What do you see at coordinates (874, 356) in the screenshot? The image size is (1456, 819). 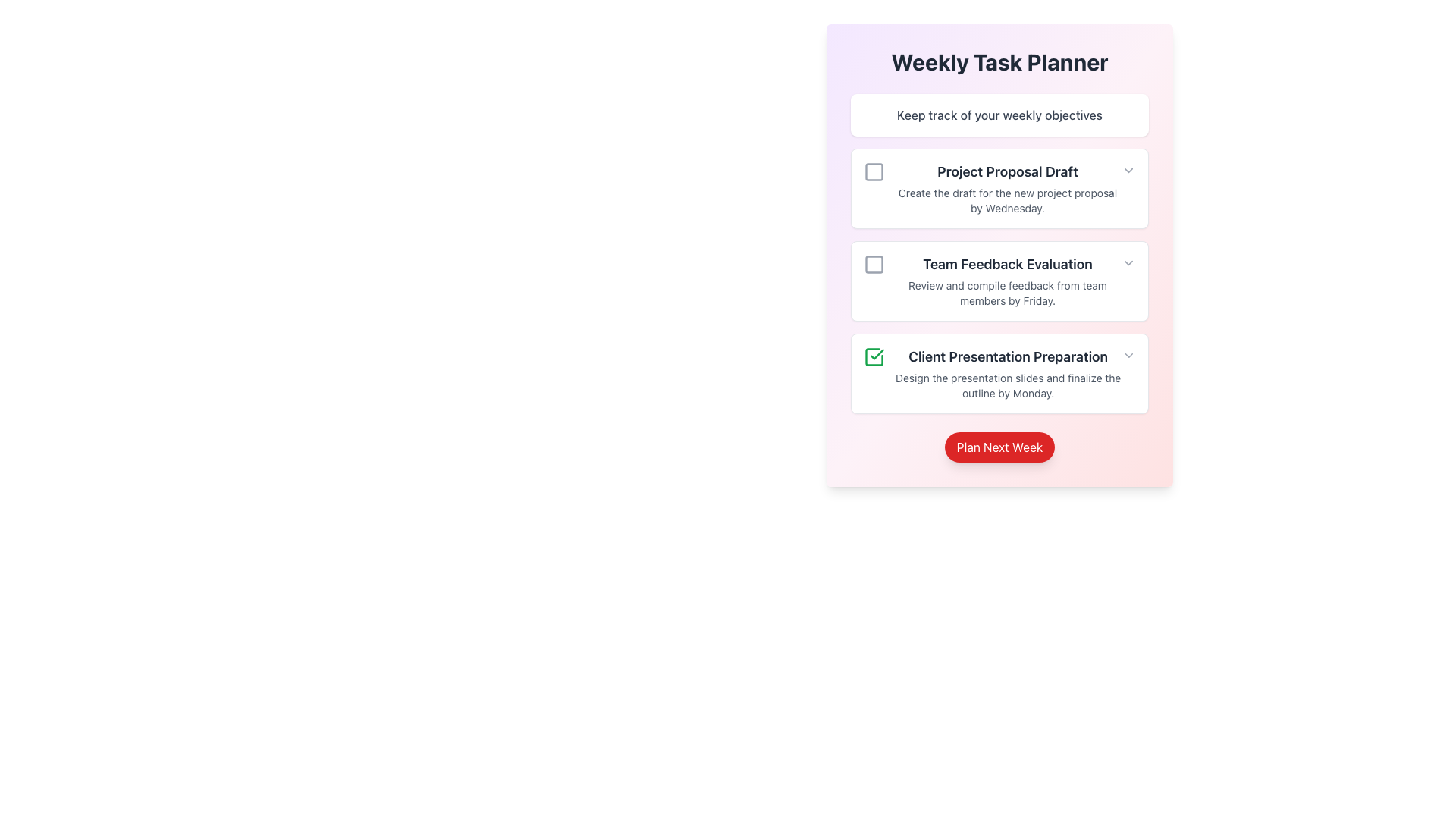 I see `the interactive checkbox indicating task completion, located to the immediate left of the title 'Client Presentation Preparation'` at bounding box center [874, 356].